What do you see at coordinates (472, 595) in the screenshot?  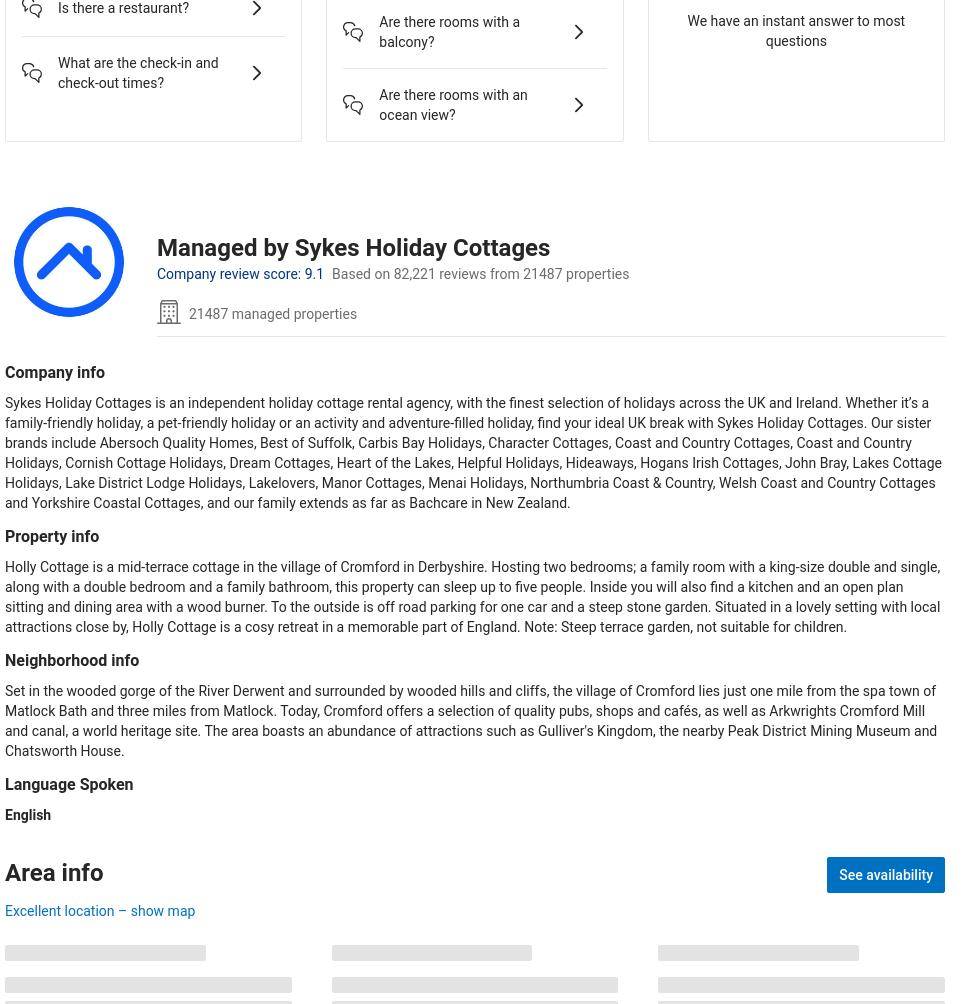 I see `'Holly Cottage is a mid-terrace cottage in the village of Cromford in Derbyshire. Hosting two bedrooms; a family room with a king-size double and single, along with a double bedroom and a family bathroom, this property can sleep up to five people. Inside you will also find a kitchen and an open plan sitting and dining area with a wood burner. To the outside is off road parking for one car and a steep stone garden. Situated in a lovely setting with local attractions close by, Holly Cottage is a cosy retreat in a memorable part of England.Note: Steep terrace garden, not suitable for children.'` at bounding box center [472, 595].